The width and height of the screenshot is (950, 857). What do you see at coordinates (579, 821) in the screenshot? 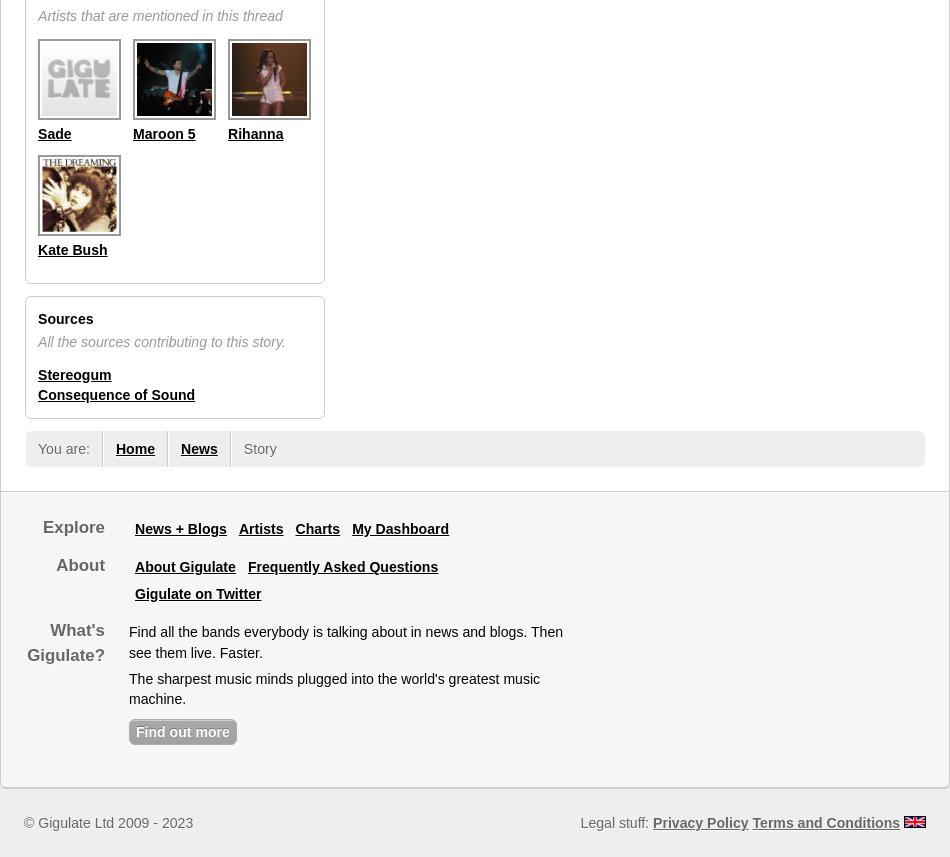
I see `'Legal stuff:'` at bounding box center [579, 821].